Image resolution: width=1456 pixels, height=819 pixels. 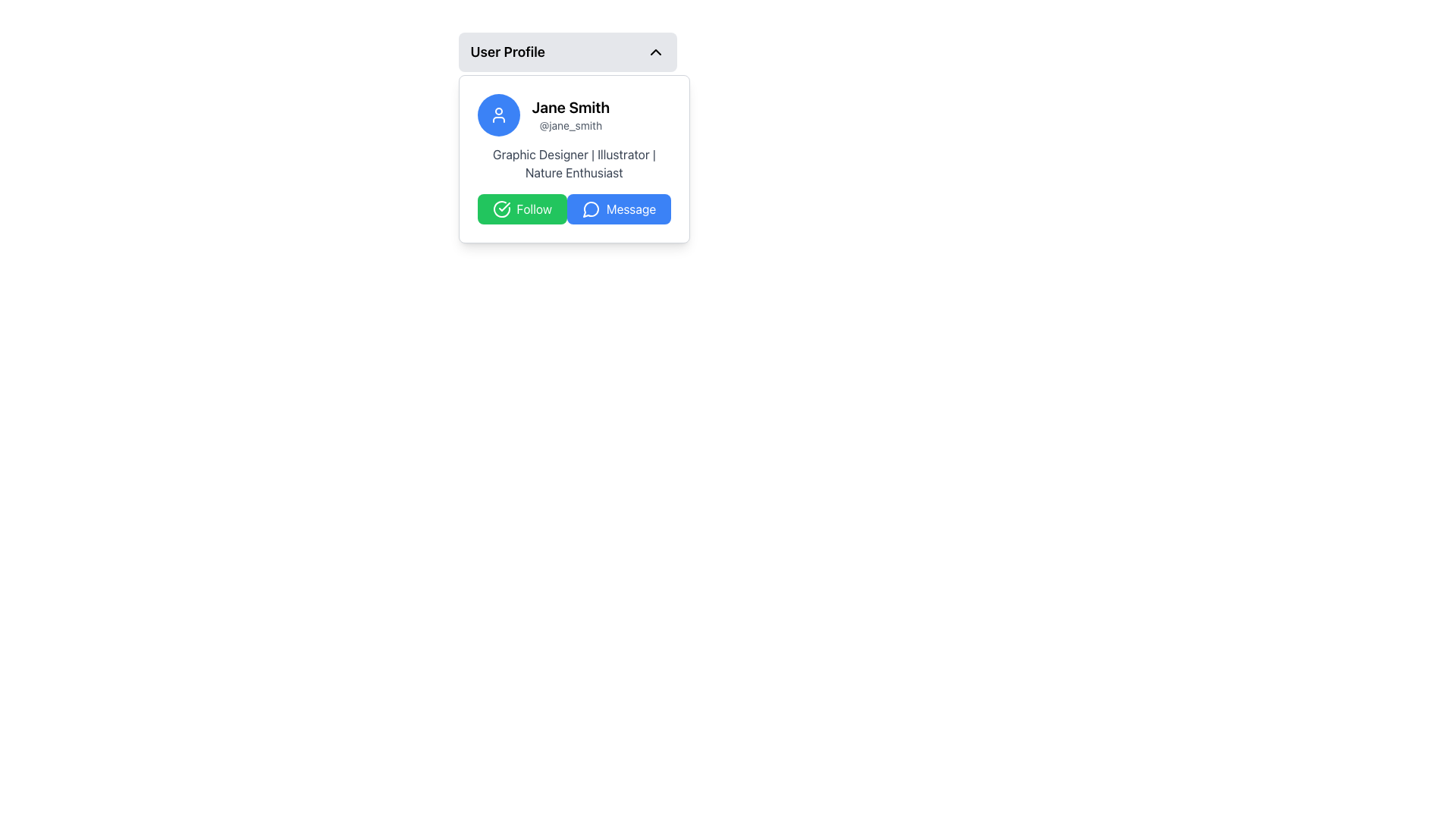 I want to click on the small circular speech bubble icon located to the left of the 'Message' button at the bottom right of the user's profile card, so click(x=590, y=209).